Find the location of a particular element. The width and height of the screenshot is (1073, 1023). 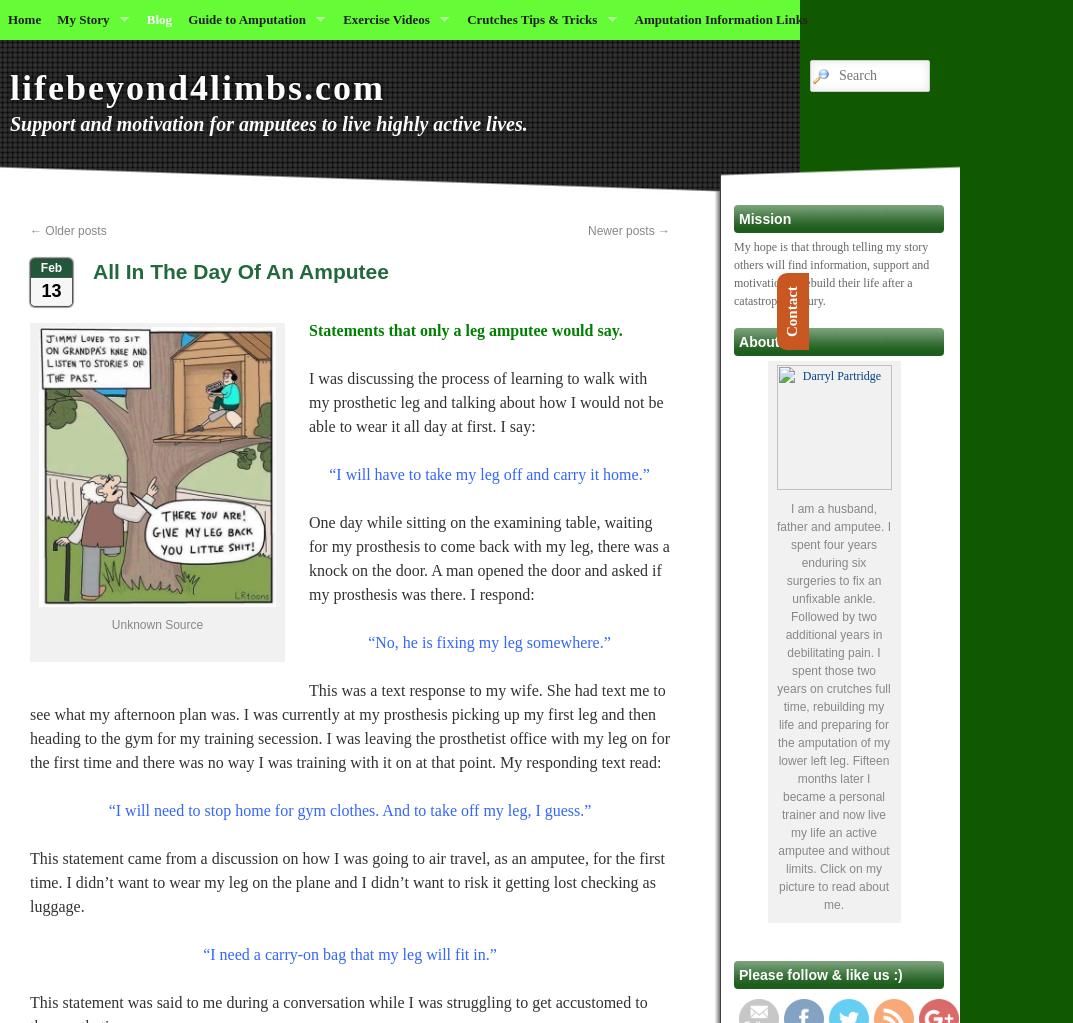

'Older posts' is located at coordinates (74, 229).